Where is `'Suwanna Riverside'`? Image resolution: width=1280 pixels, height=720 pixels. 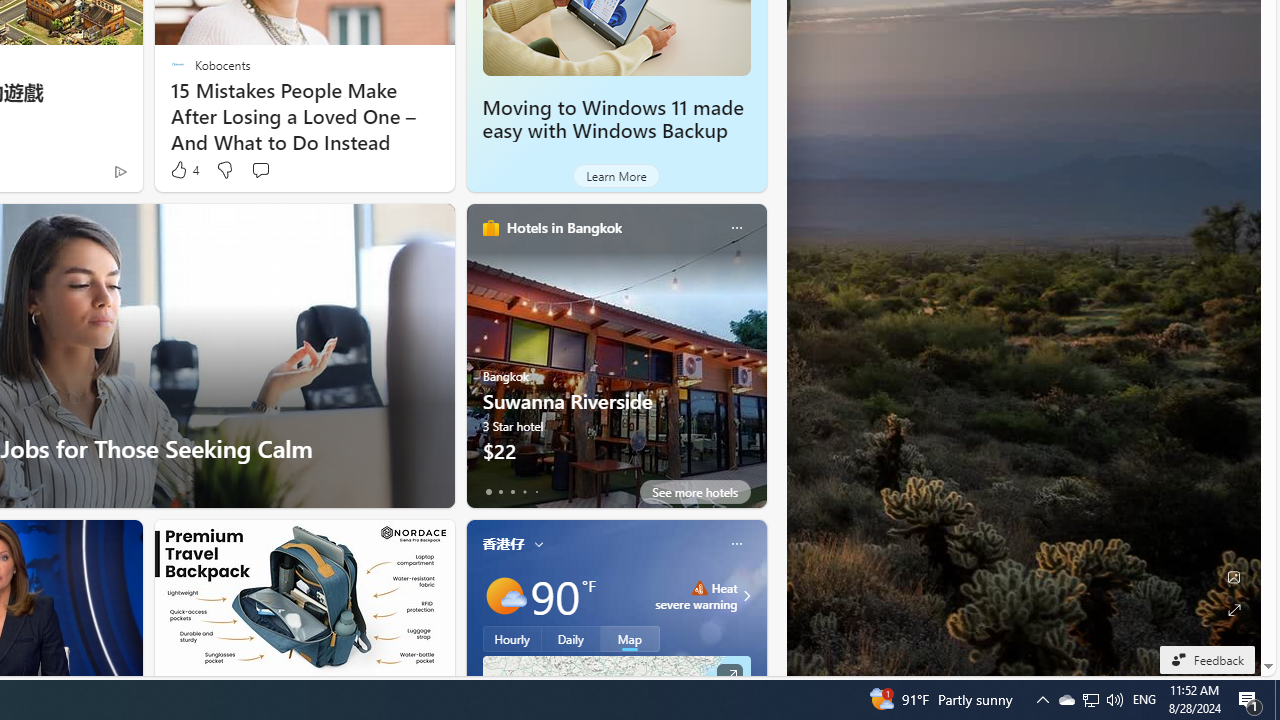 'Suwanna Riverside' is located at coordinates (615, 363).